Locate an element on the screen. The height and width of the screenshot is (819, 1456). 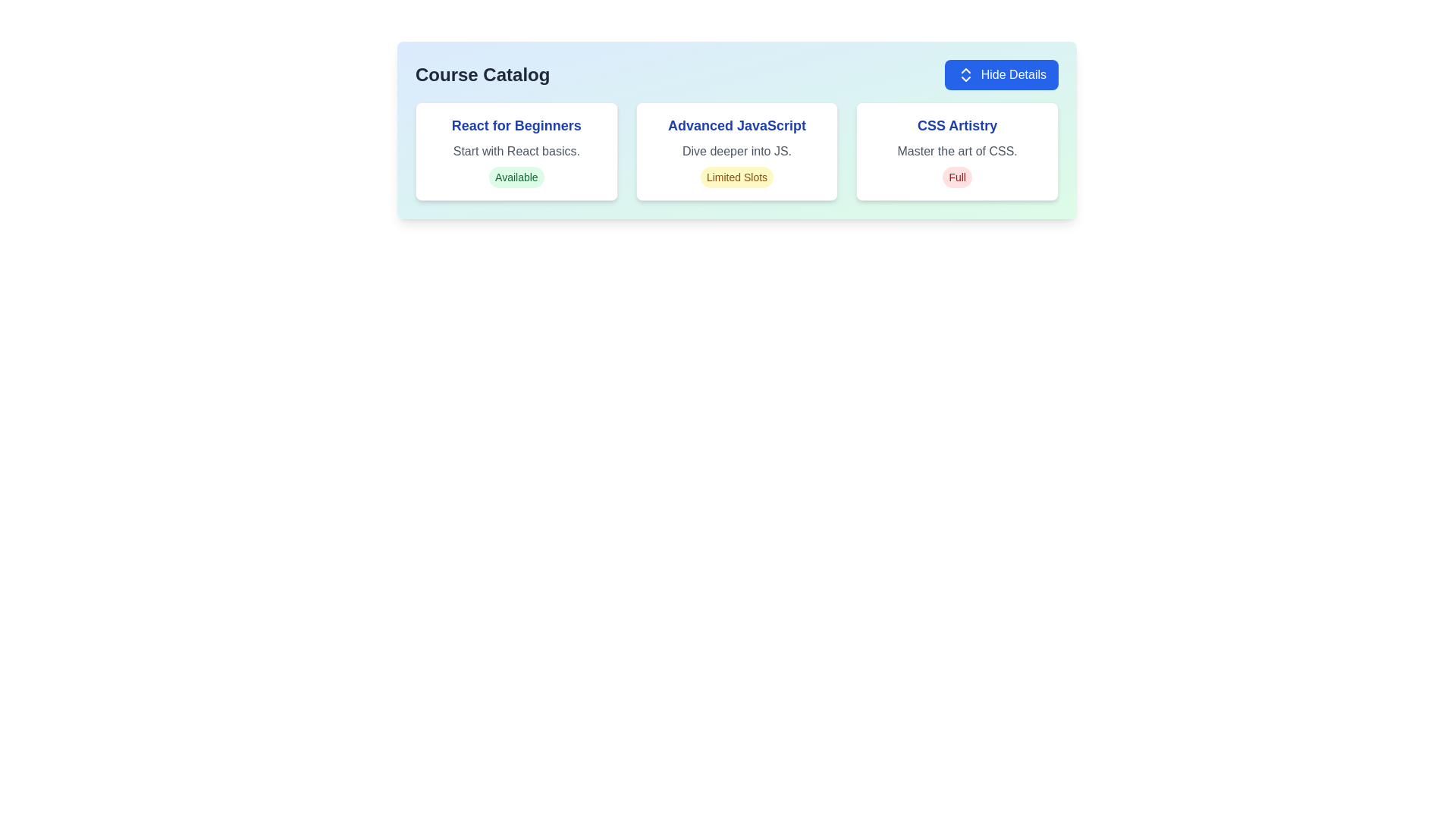
the informational card for the 'Advanced JavaScript' course in the Course Catalog is located at coordinates (736, 130).